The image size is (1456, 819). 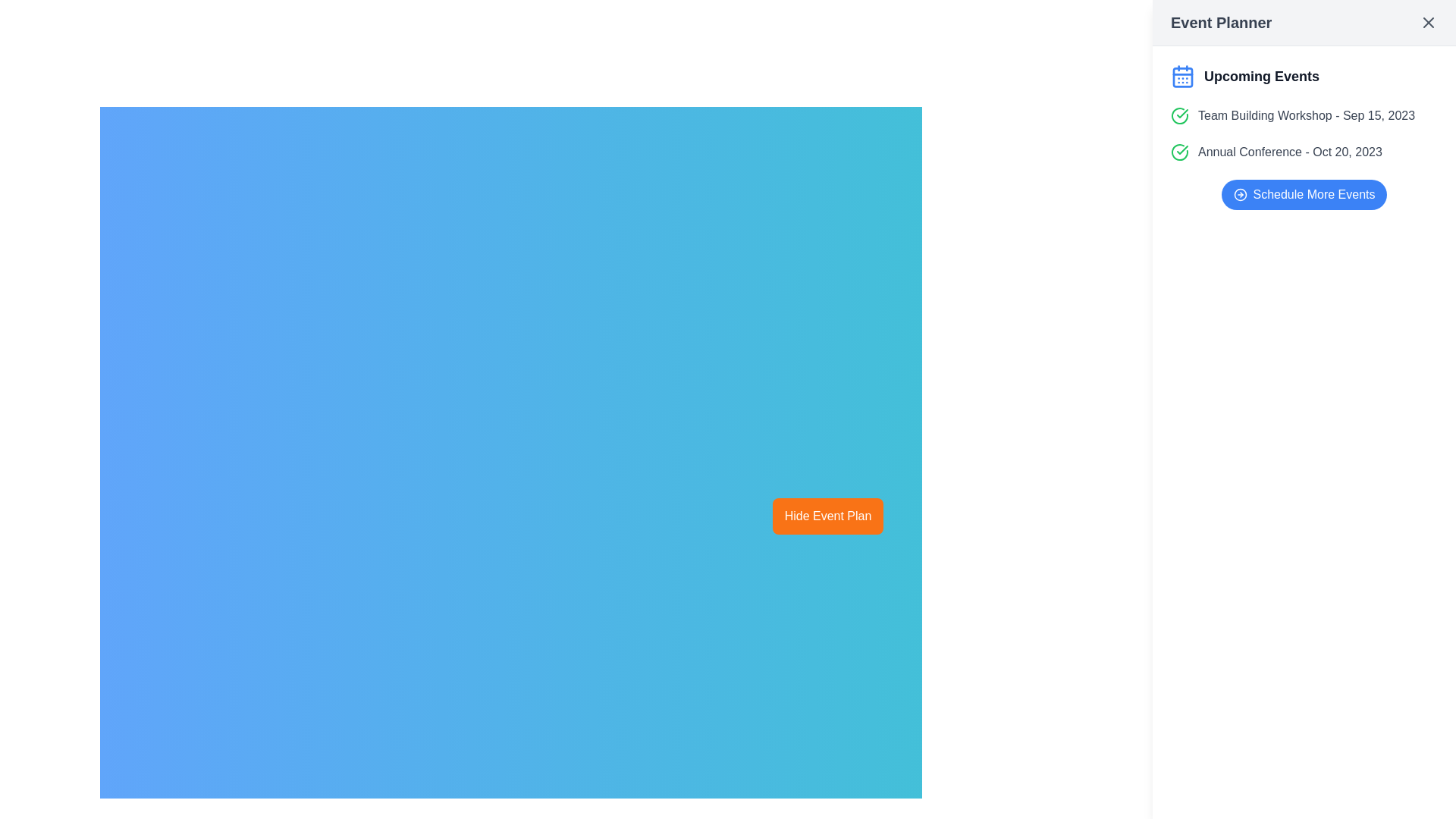 What do you see at coordinates (1178, 115) in the screenshot?
I see `the green checkmark icon representing completion status at the beginning of the 'Team Building Workshop - Sep 15, 2023' row` at bounding box center [1178, 115].